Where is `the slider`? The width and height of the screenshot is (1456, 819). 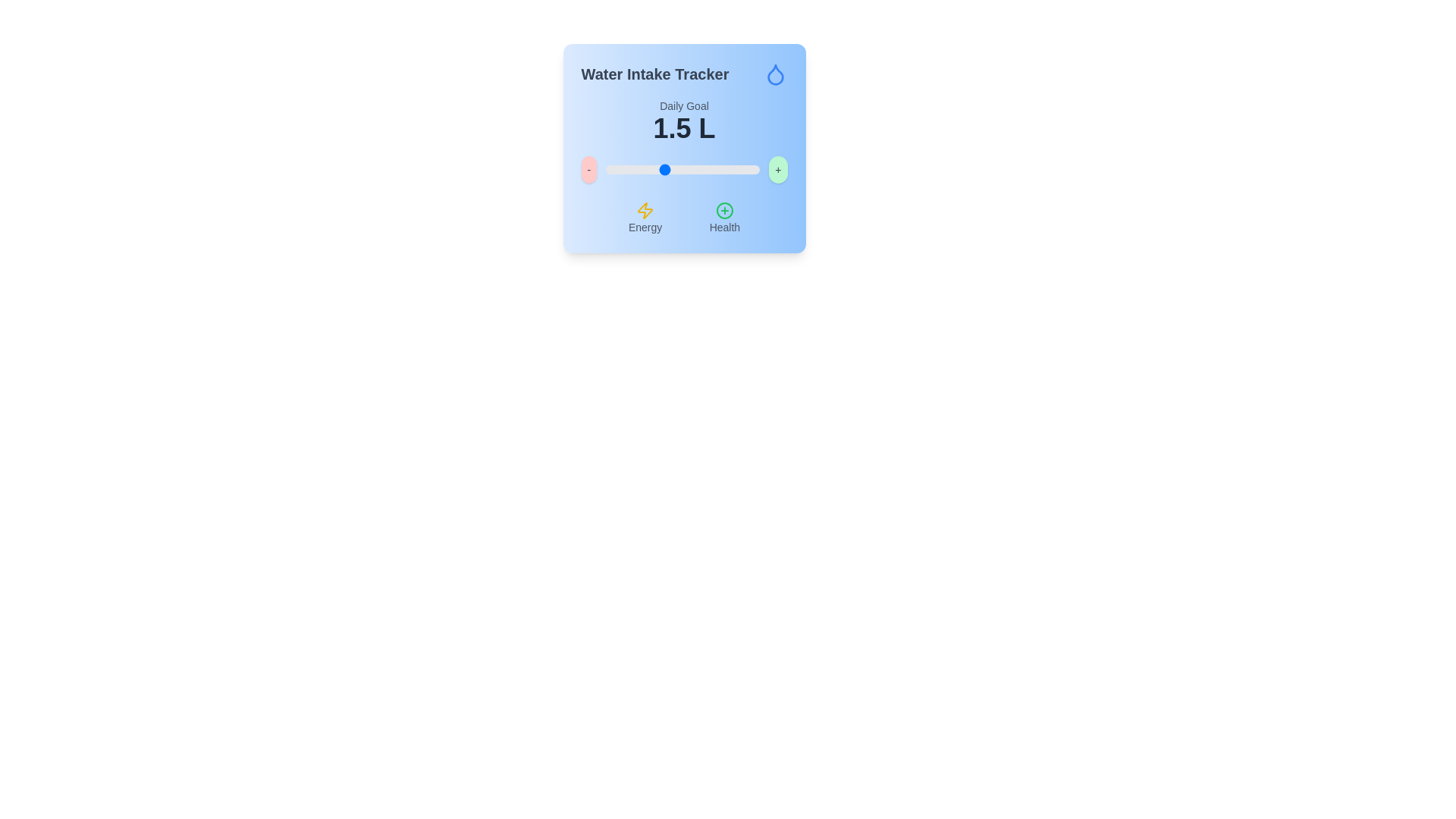 the slider is located at coordinates (644, 169).